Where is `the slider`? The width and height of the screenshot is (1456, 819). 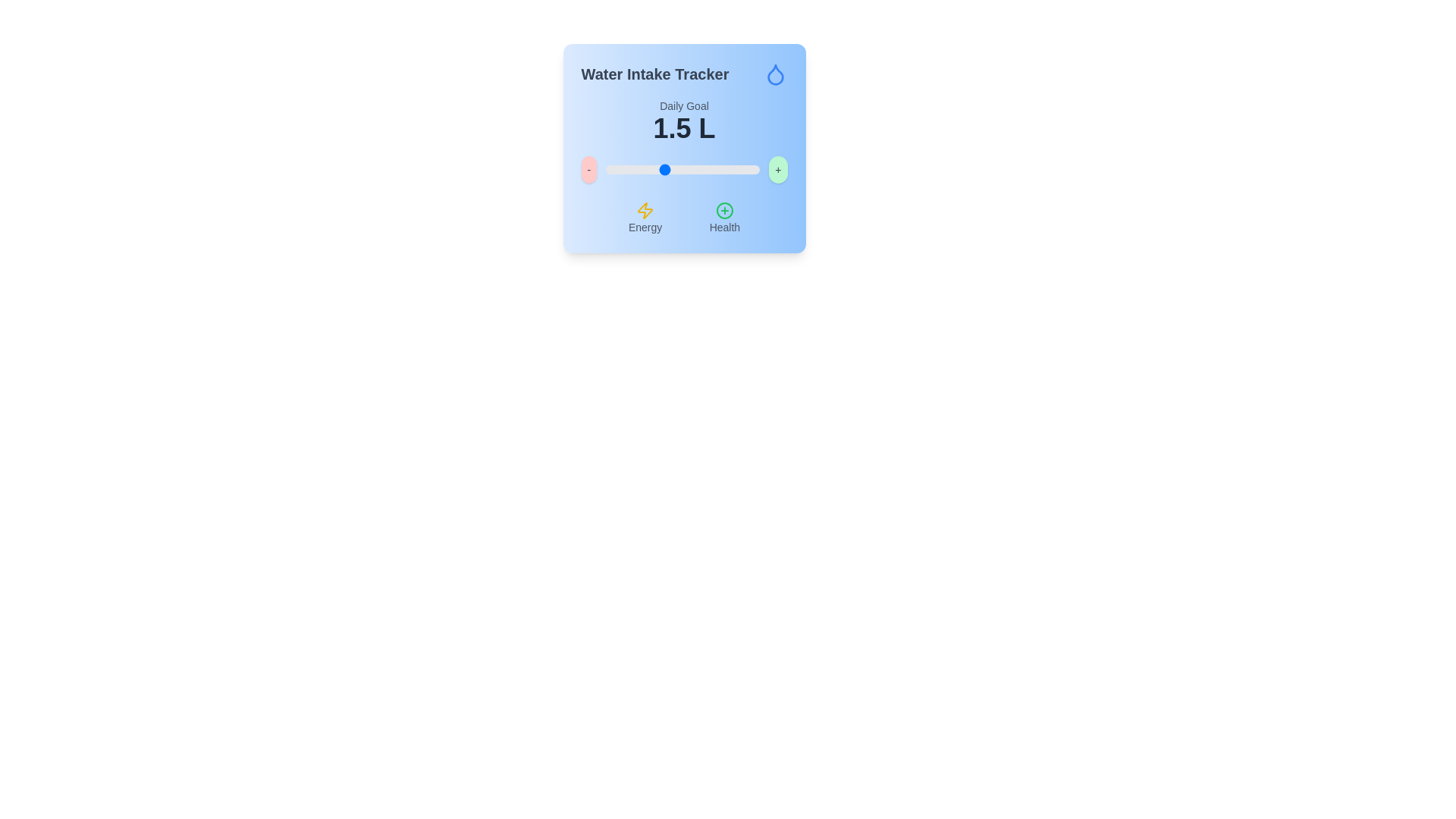 the slider is located at coordinates (644, 169).